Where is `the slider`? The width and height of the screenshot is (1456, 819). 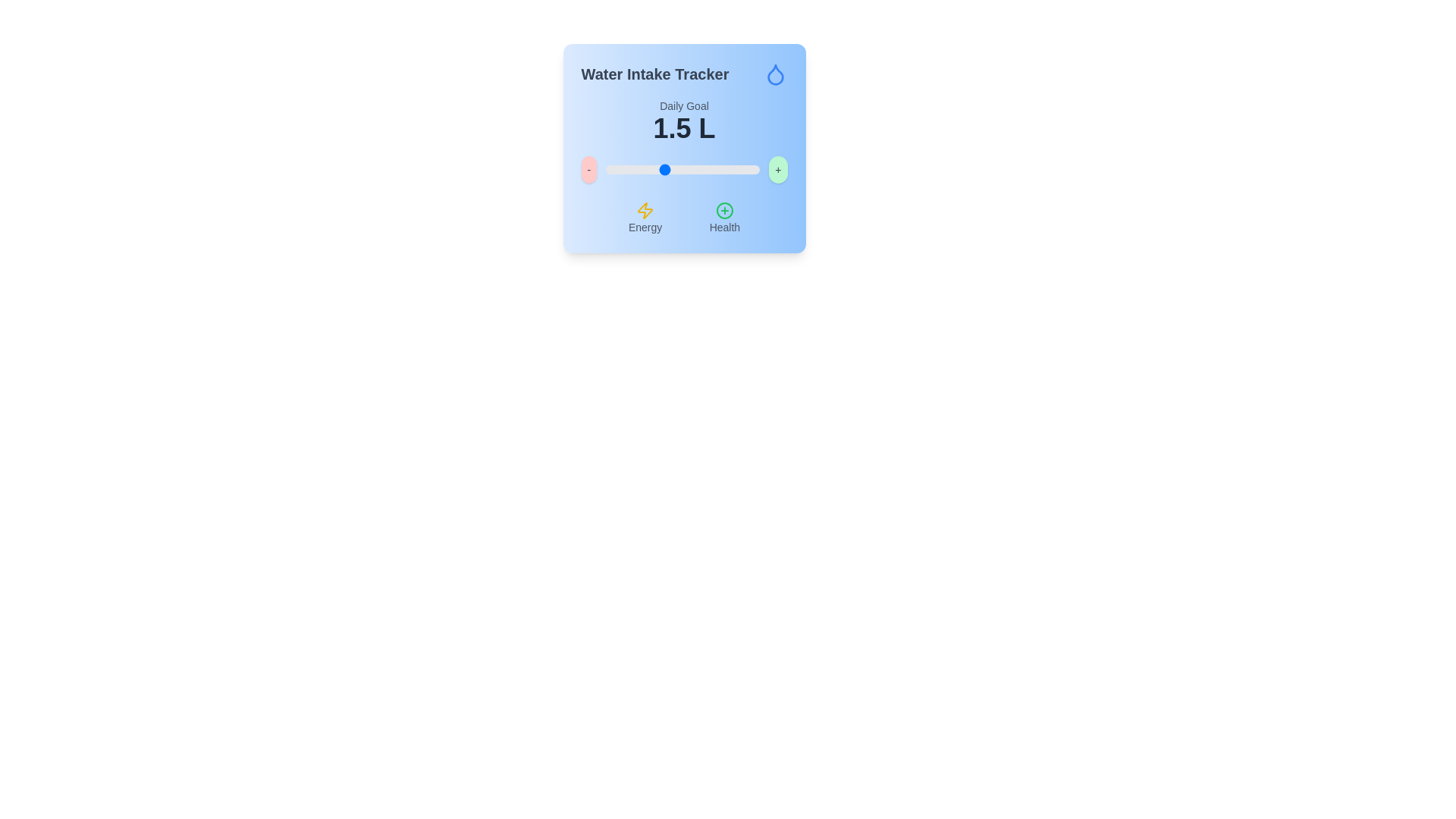 the slider is located at coordinates (644, 169).